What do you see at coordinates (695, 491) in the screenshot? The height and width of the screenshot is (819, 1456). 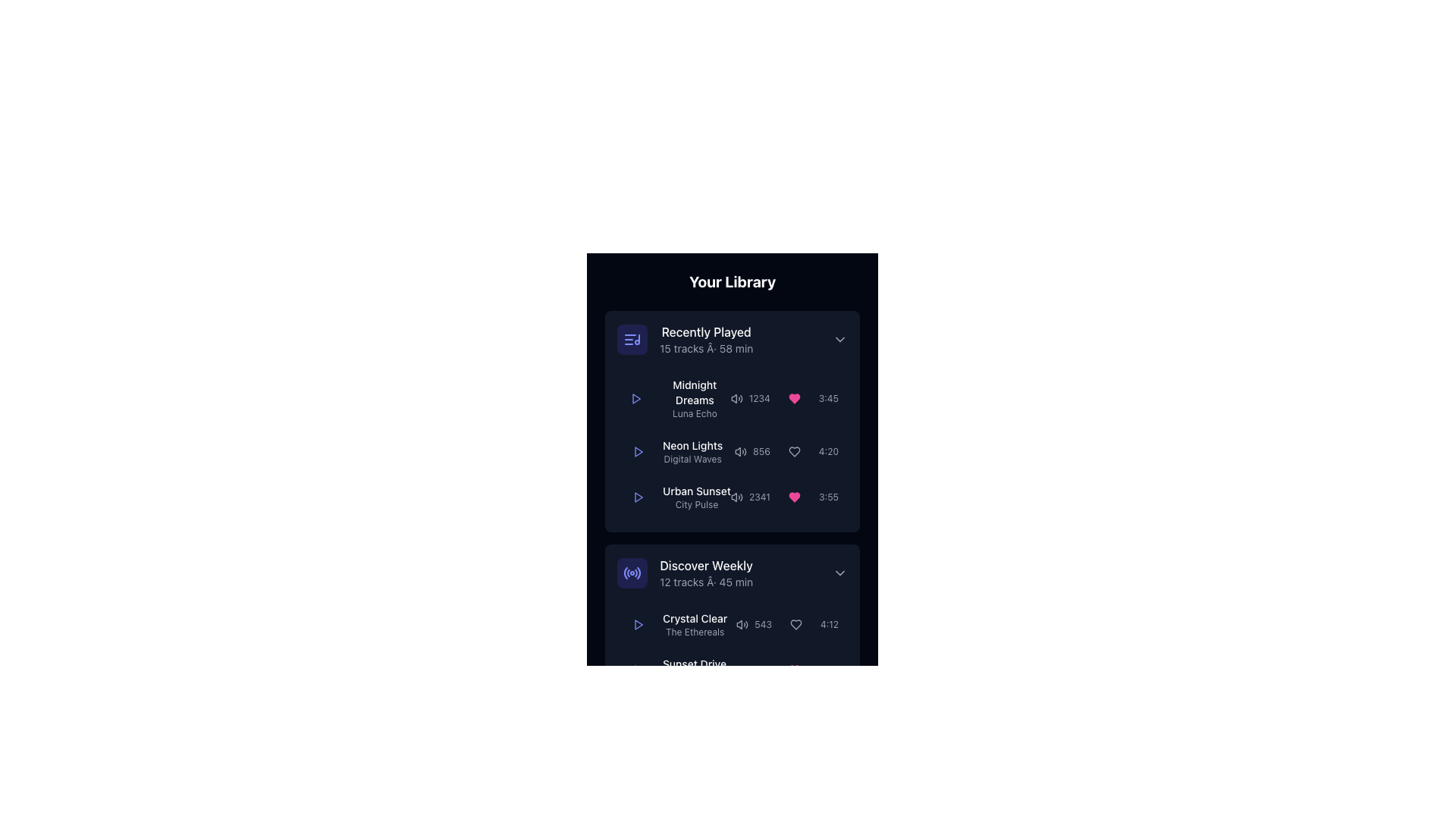 I see `the non-interactive text label for a media item located in the 'Recently Played' section, specifically the third item in the list, providing information relevant to the album or song` at bounding box center [695, 491].